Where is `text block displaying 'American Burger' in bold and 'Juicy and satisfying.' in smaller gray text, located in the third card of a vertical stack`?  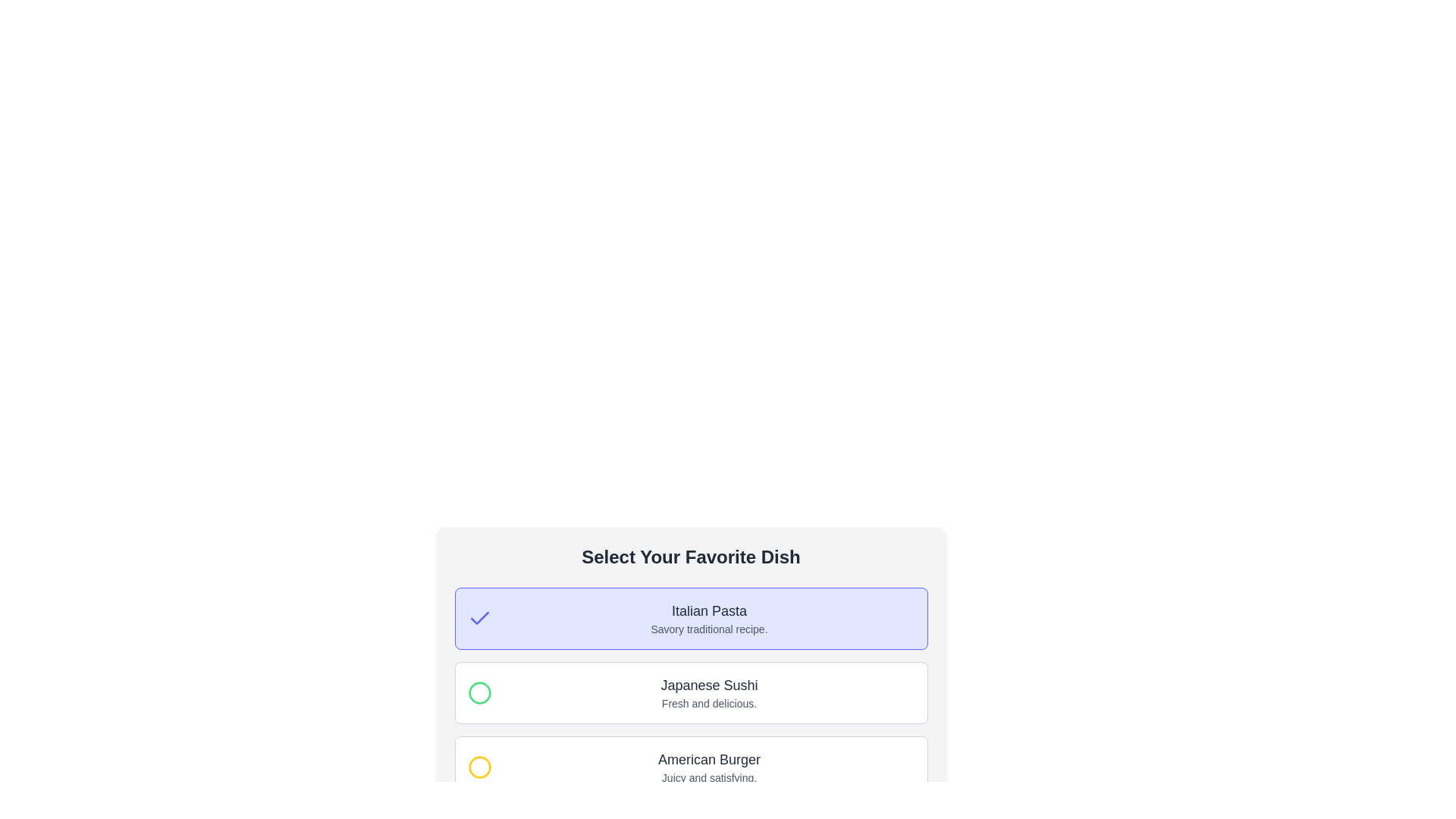
text block displaying 'American Burger' in bold and 'Juicy and satisfying.' in smaller gray text, located in the third card of a vertical stack is located at coordinates (708, 767).